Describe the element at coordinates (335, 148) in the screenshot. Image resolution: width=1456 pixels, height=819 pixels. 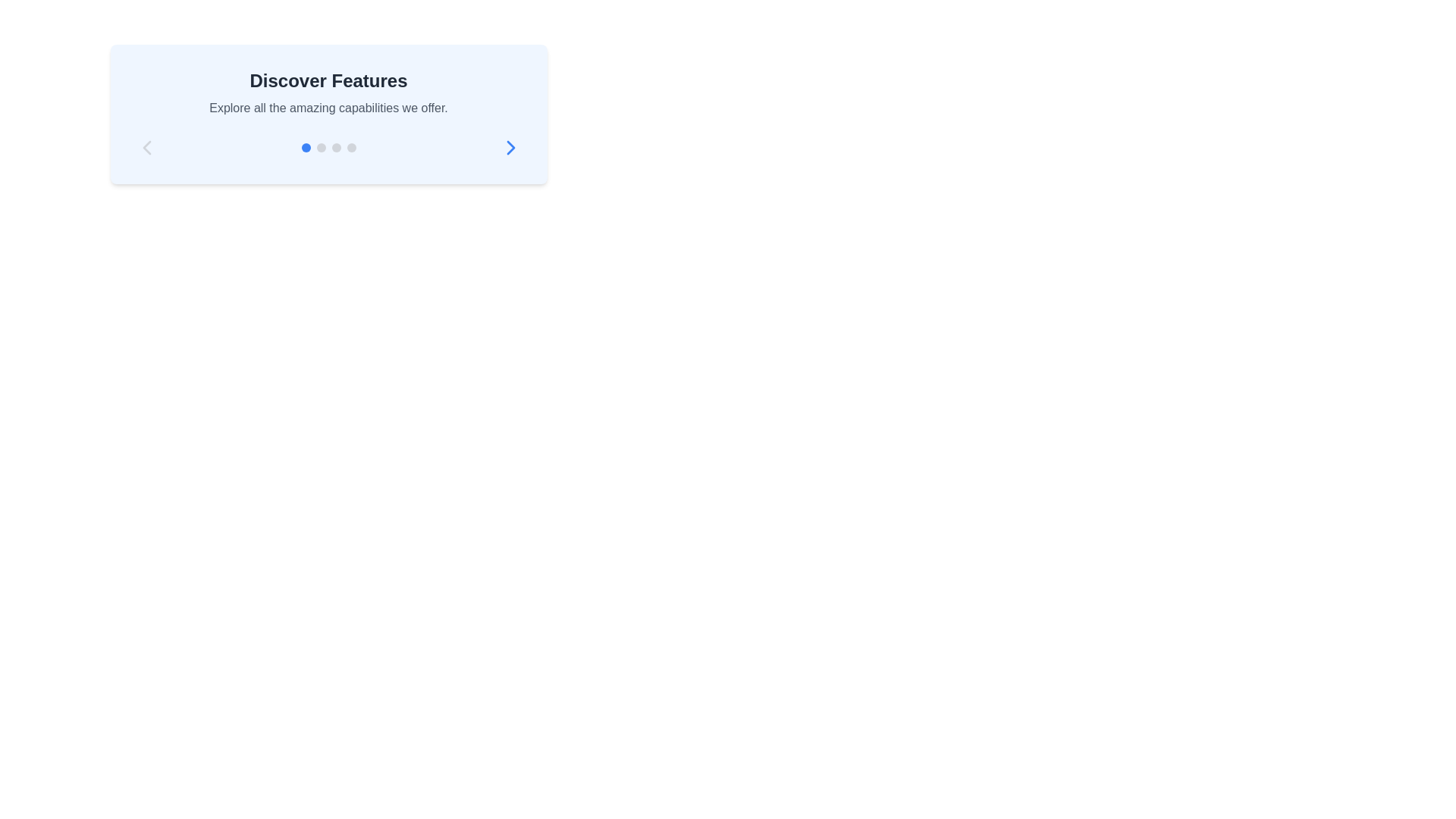
I see `the third dot in the sequence of four dots that indicates the currently displayed item beneath the 'Discover Features' text` at that location.